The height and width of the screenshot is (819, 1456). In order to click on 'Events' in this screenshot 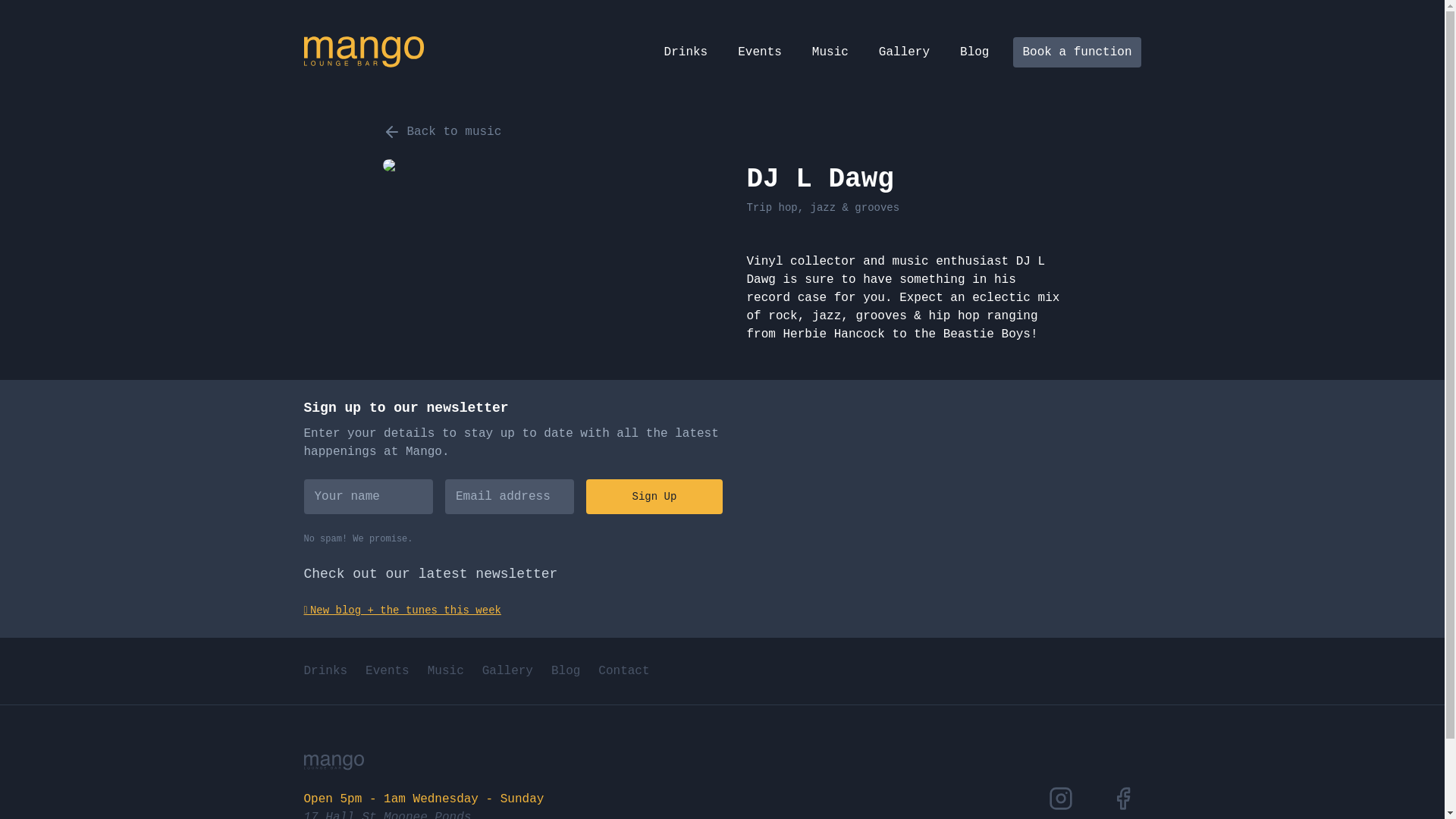, I will do `click(387, 670)`.